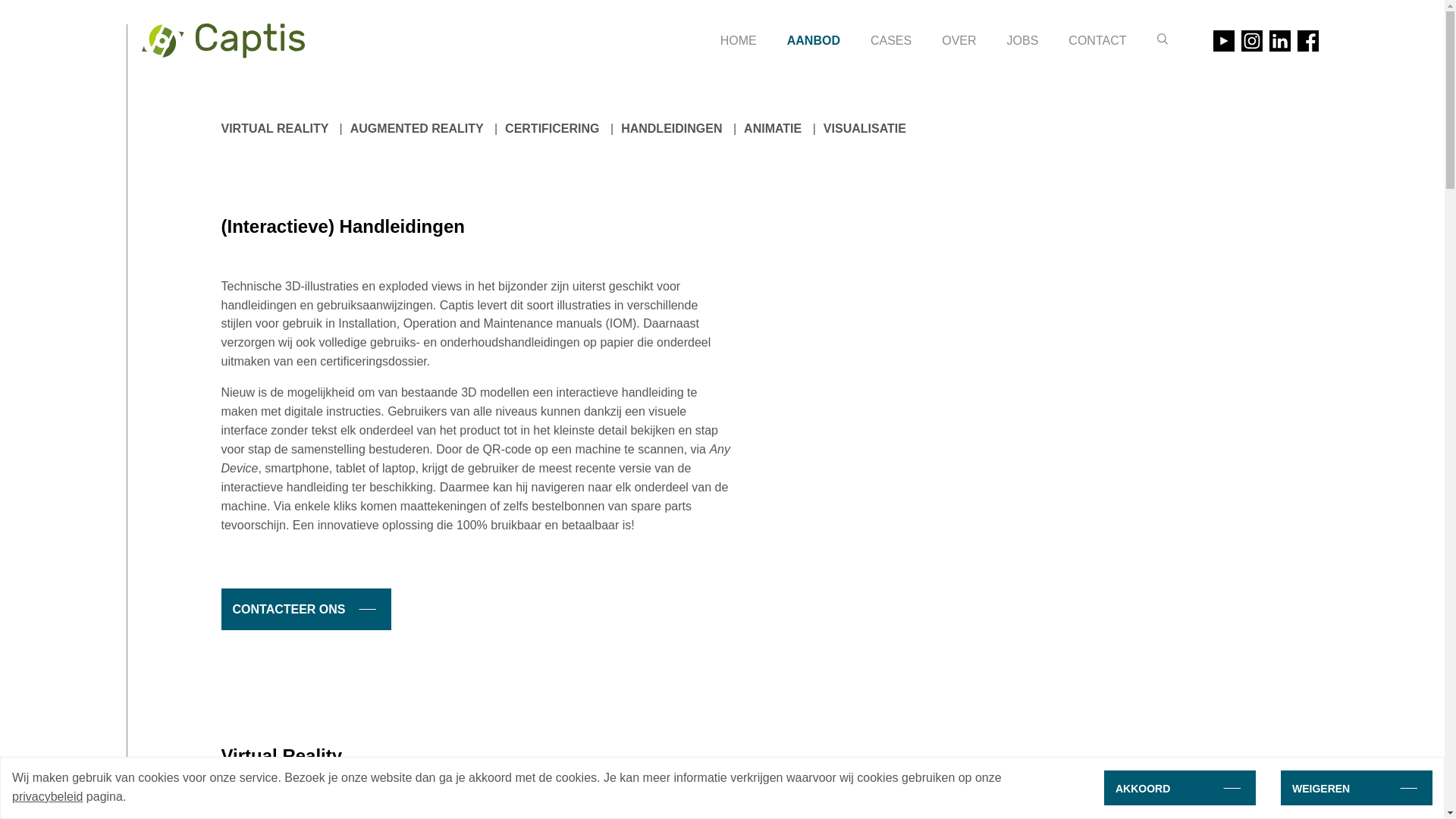  I want to click on 'HANDLEIDINGEN', so click(670, 127).